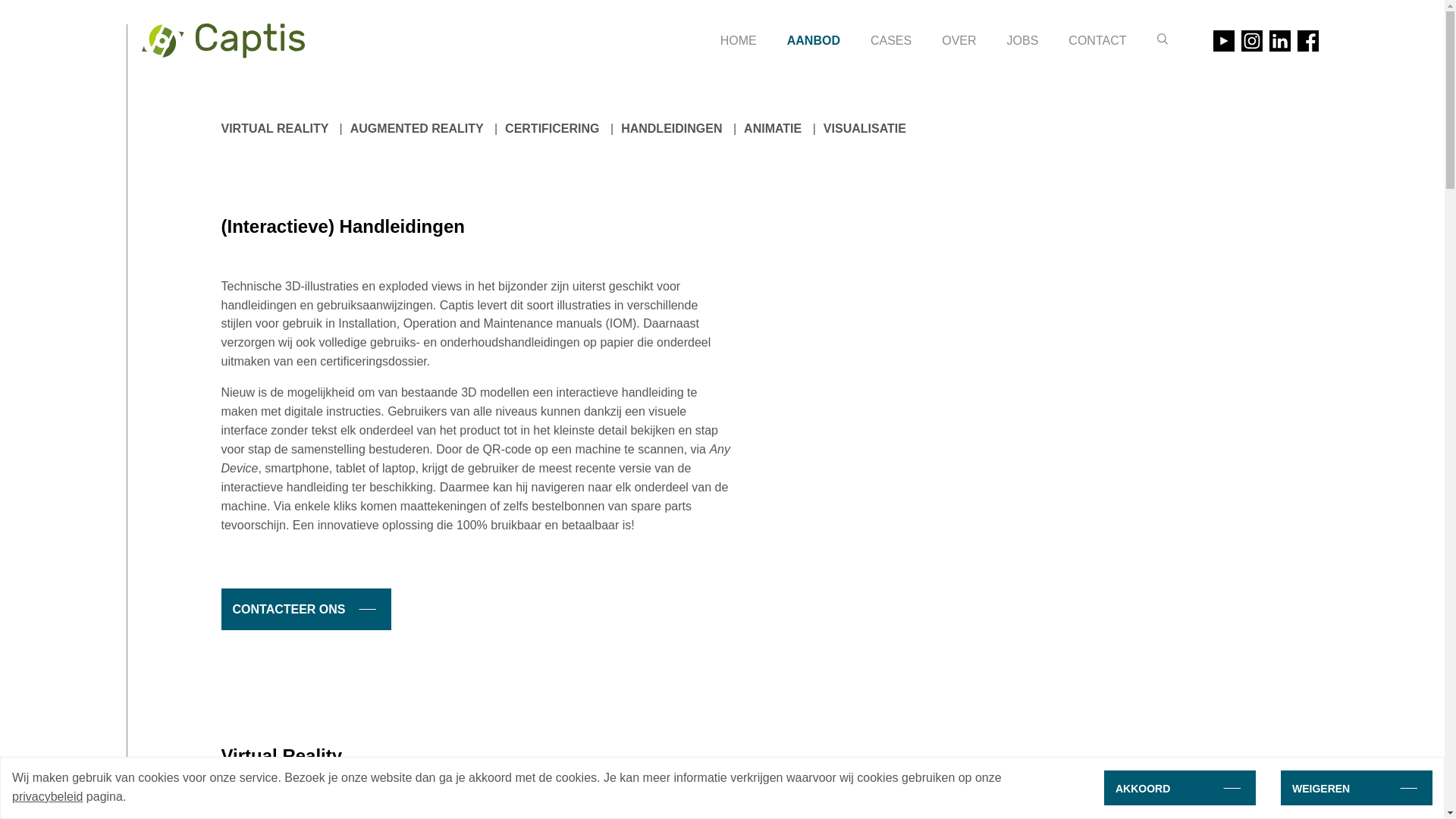  I want to click on 'HANDLEIDINGEN', so click(670, 127).